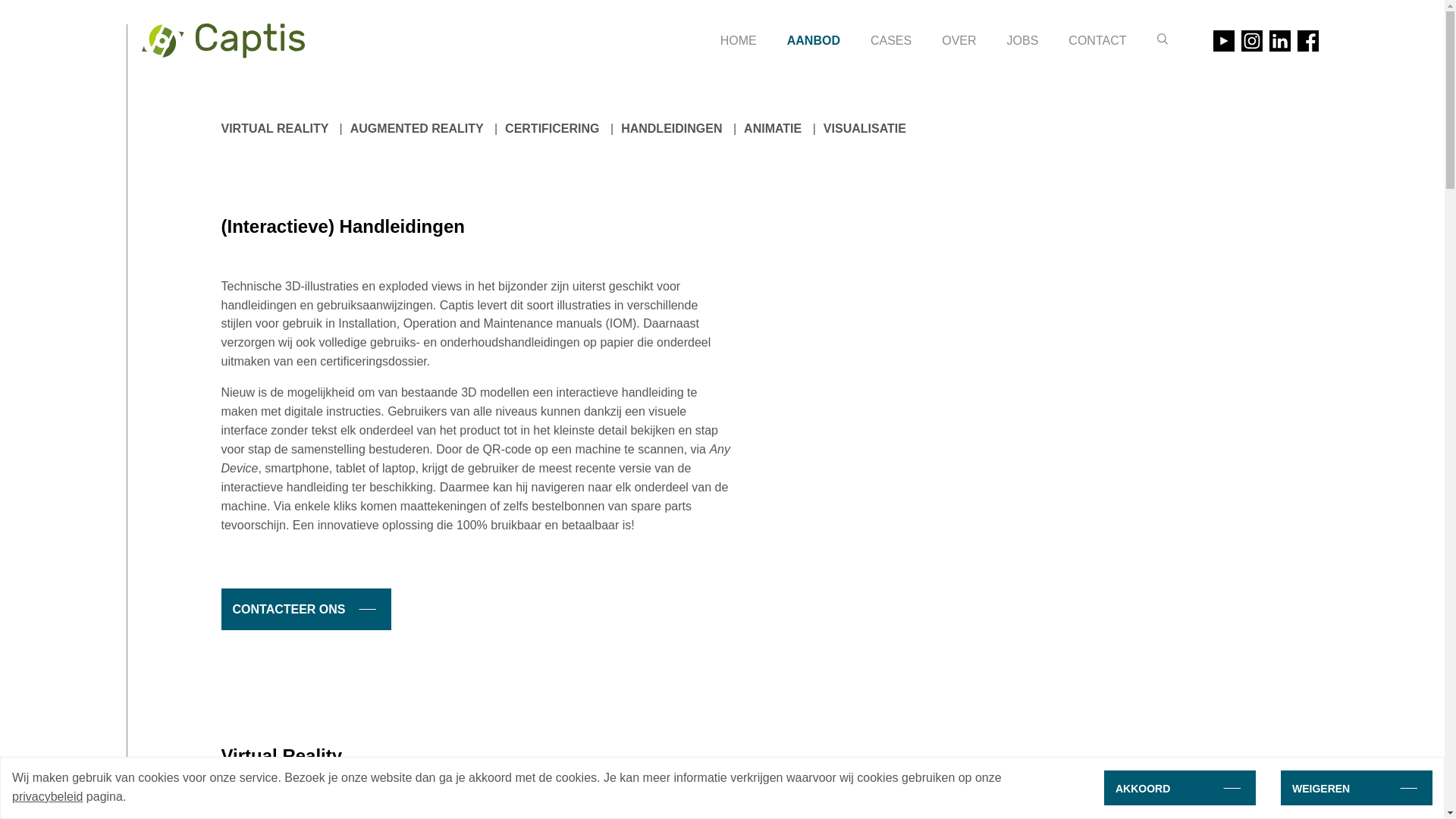  I want to click on 'HANDLEIDINGEN', so click(670, 127).